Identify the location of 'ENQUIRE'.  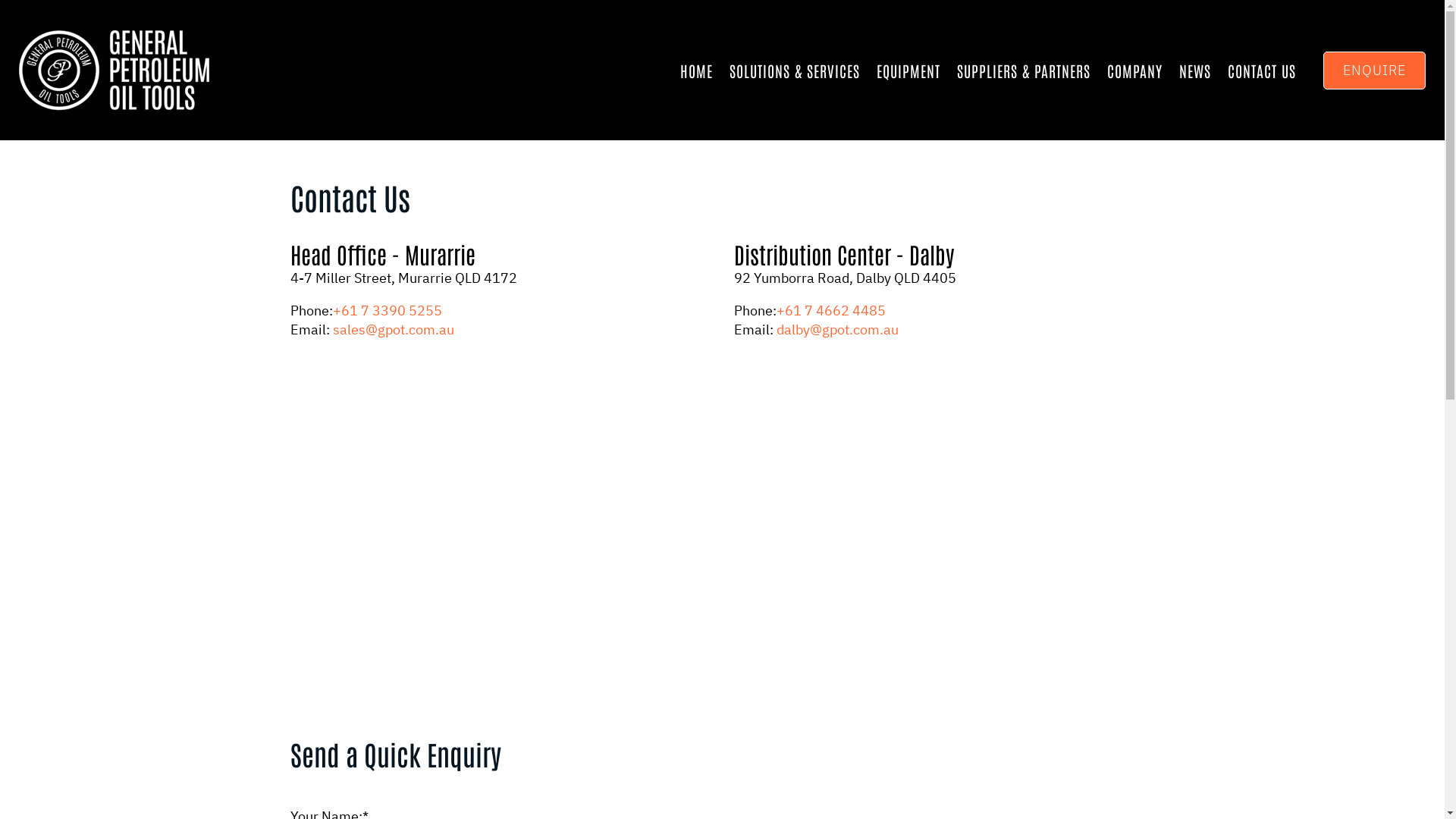
(1374, 70).